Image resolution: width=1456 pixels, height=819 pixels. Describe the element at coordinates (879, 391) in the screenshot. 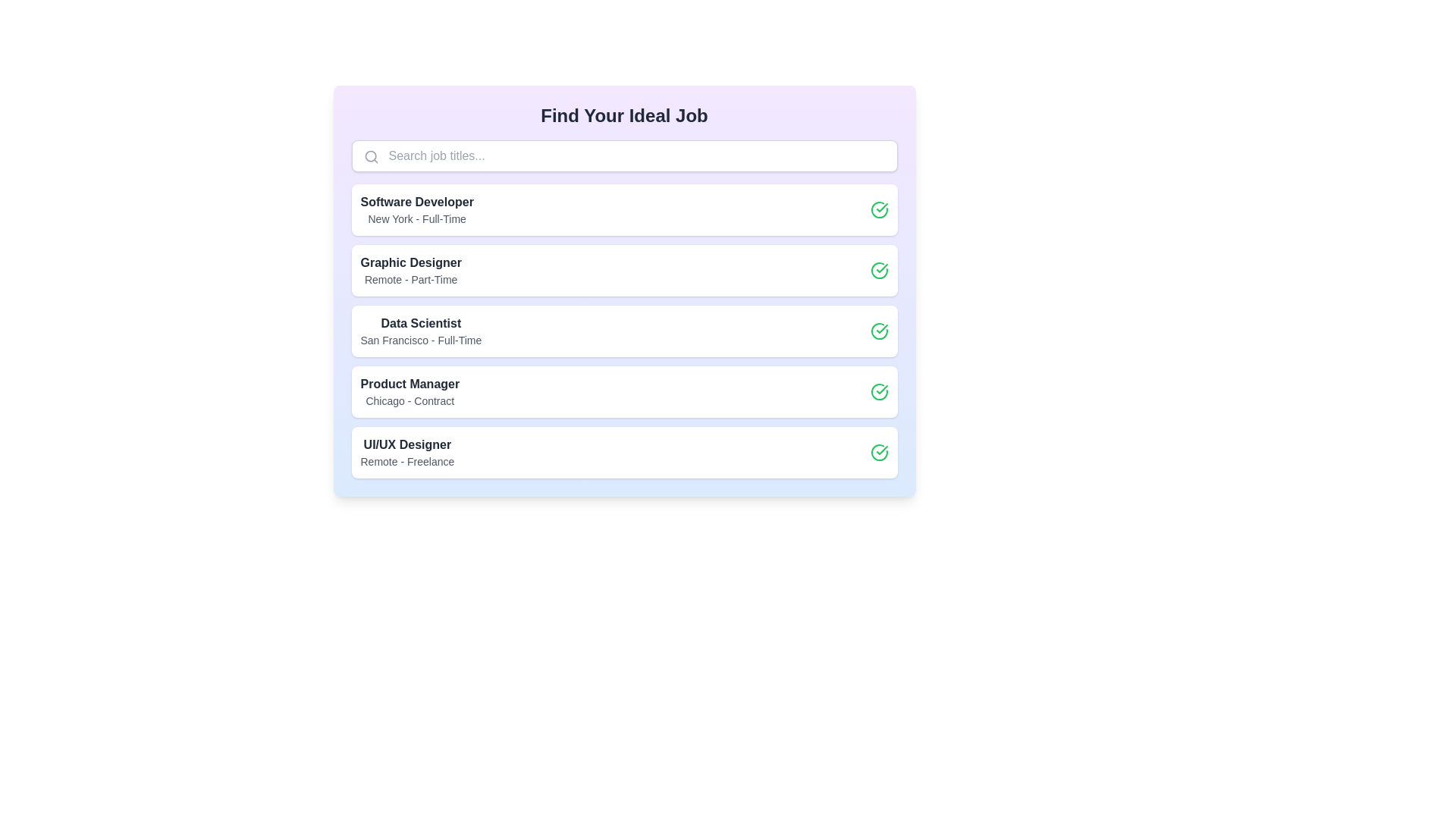

I see `the status of the circular icon with a green checkmark located in the far right corner of the row labeled 'Product Manager, Chicago - Contract'` at that location.